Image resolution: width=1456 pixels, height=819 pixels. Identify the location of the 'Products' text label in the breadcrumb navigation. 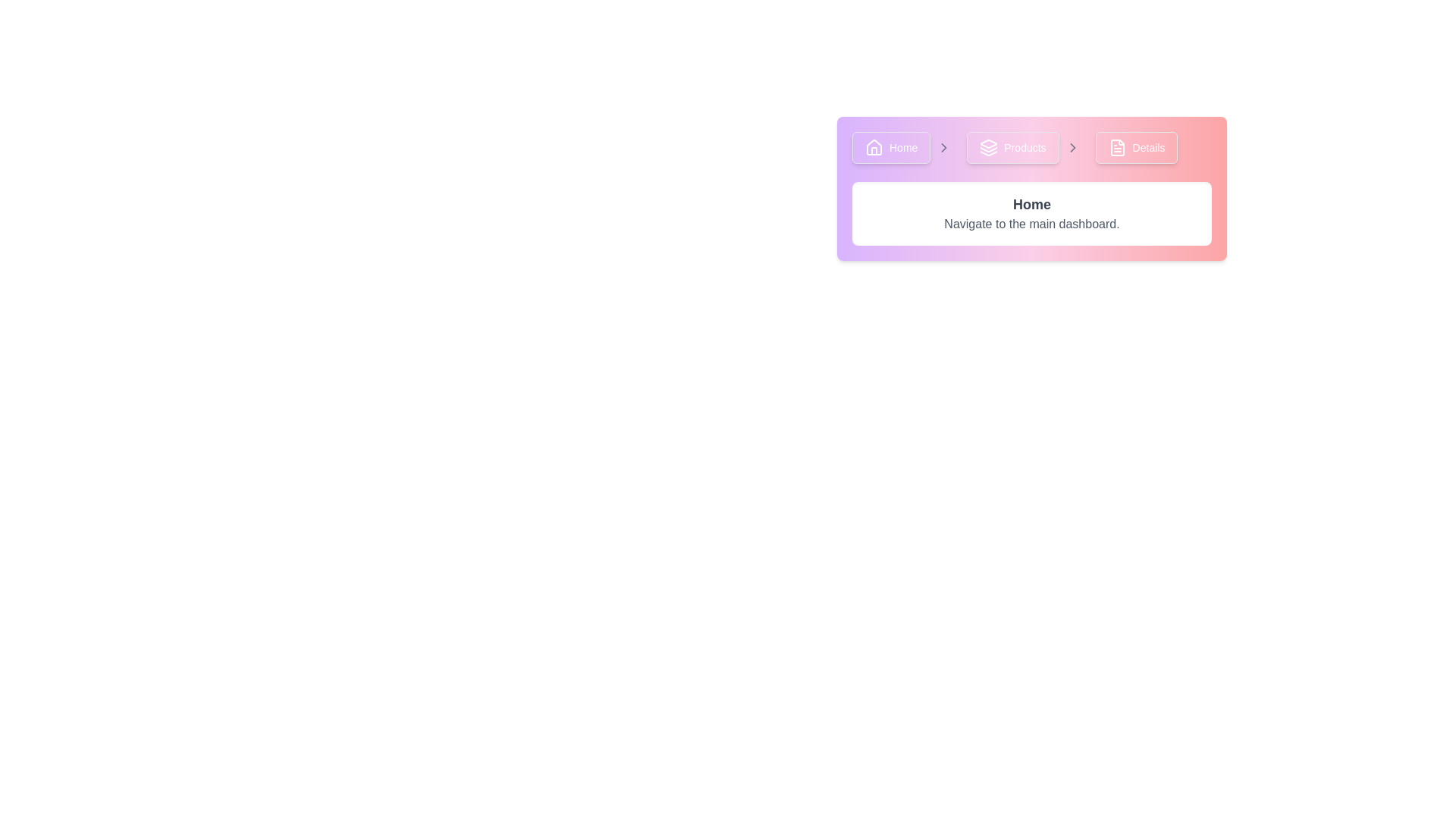
(1025, 148).